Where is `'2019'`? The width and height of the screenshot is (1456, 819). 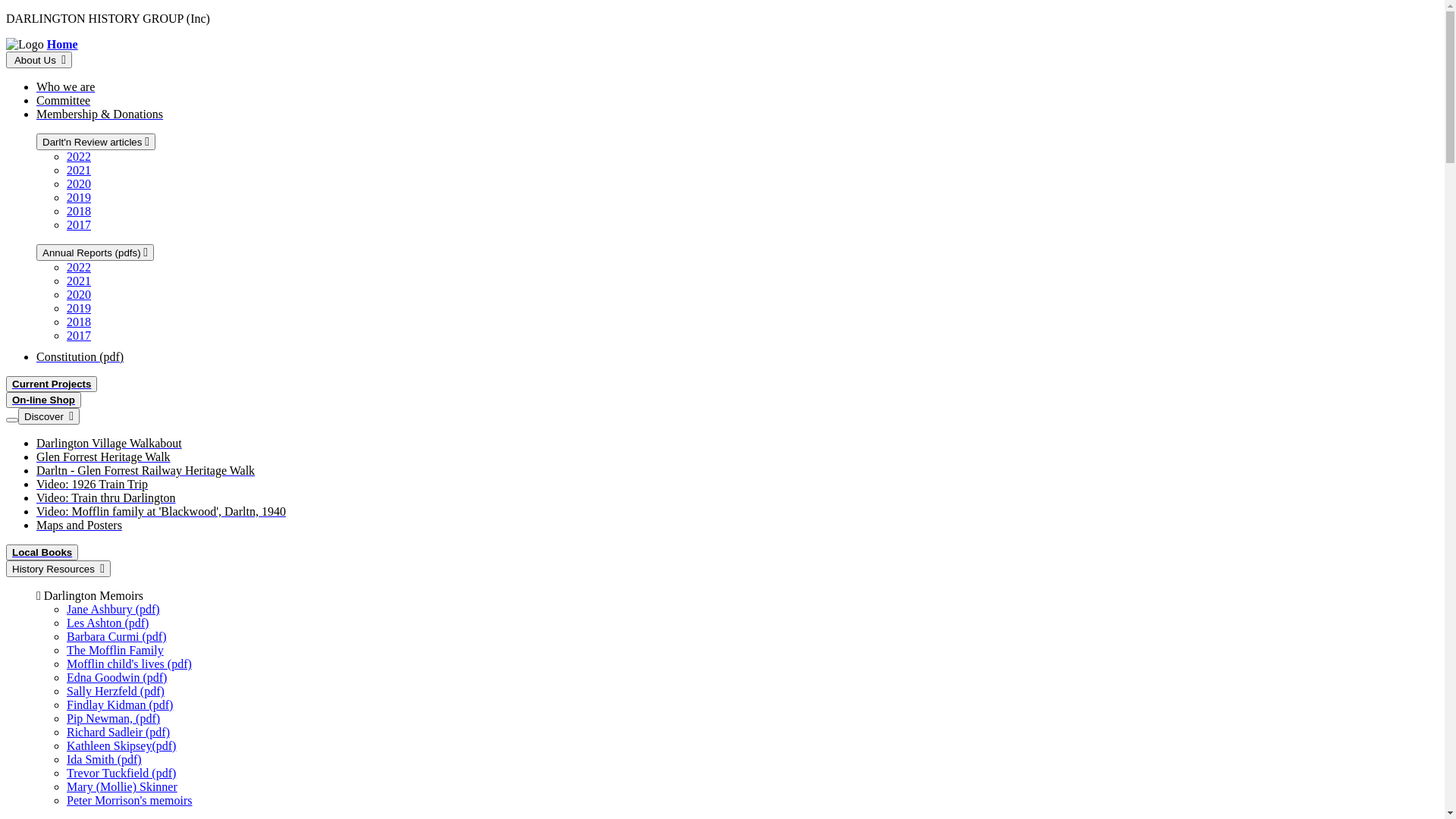
'2019' is located at coordinates (78, 196).